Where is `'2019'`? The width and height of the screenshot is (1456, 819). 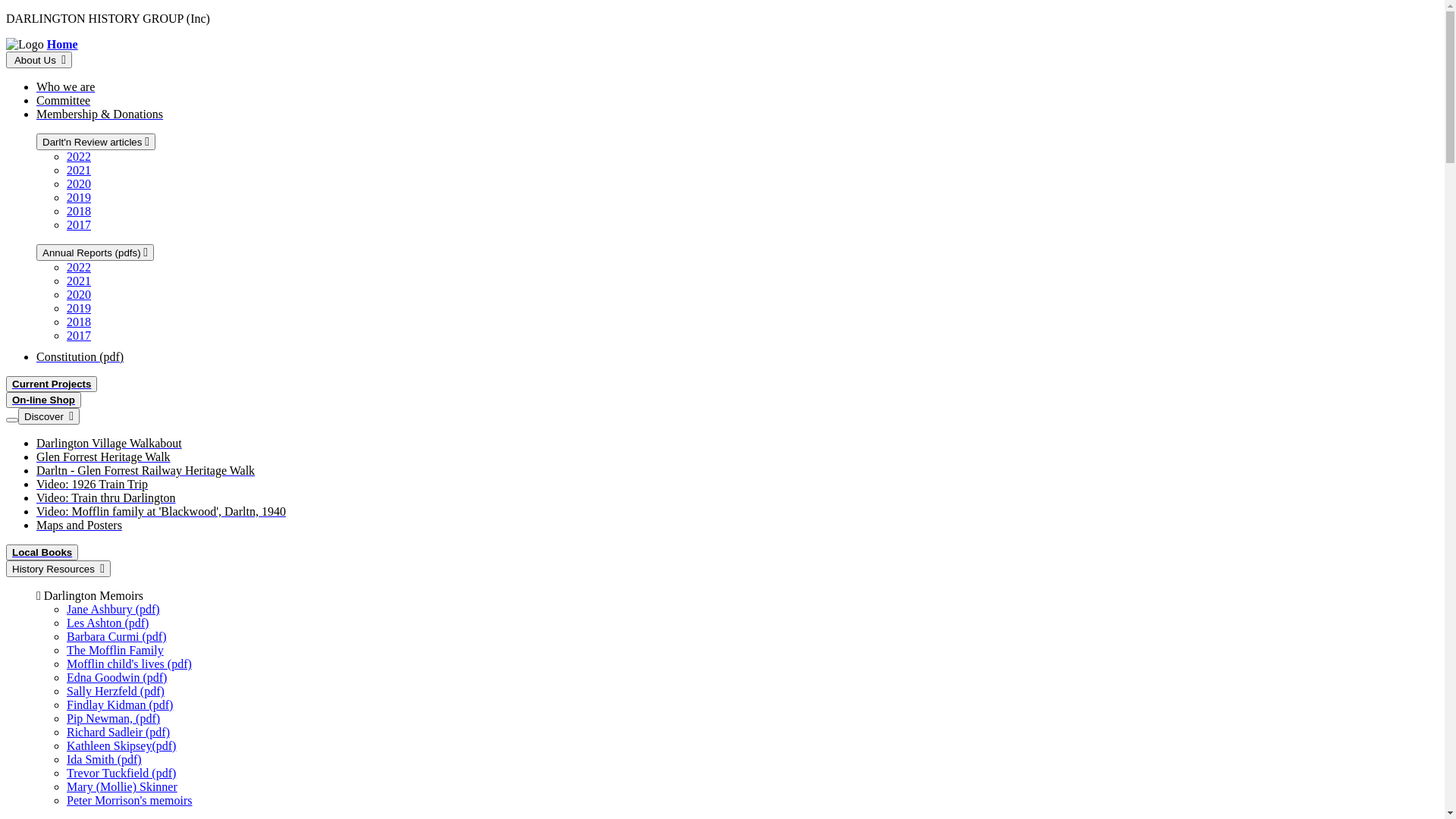
'2019' is located at coordinates (78, 196).